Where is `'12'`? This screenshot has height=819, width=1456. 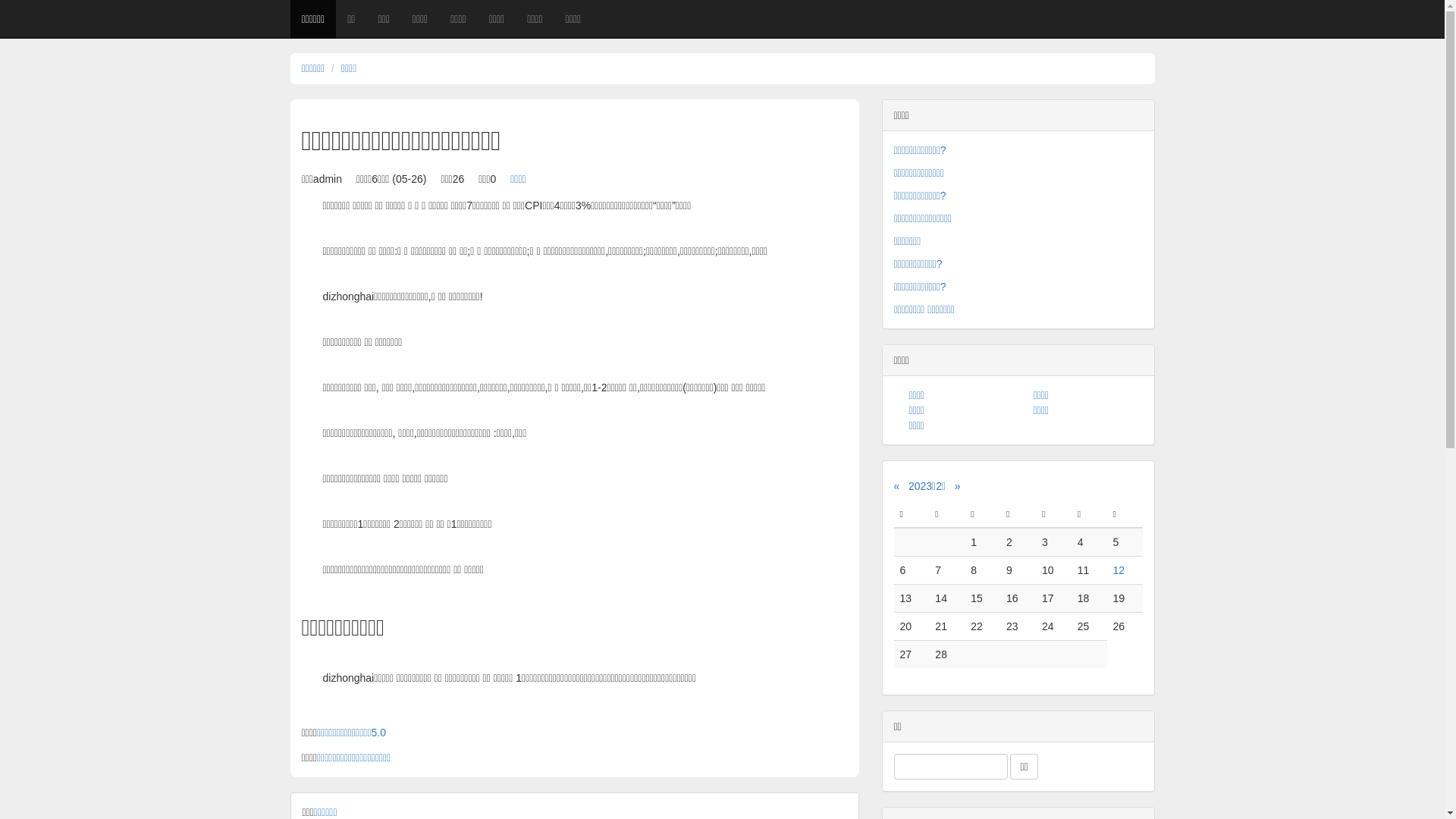
'12' is located at coordinates (1119, 570).